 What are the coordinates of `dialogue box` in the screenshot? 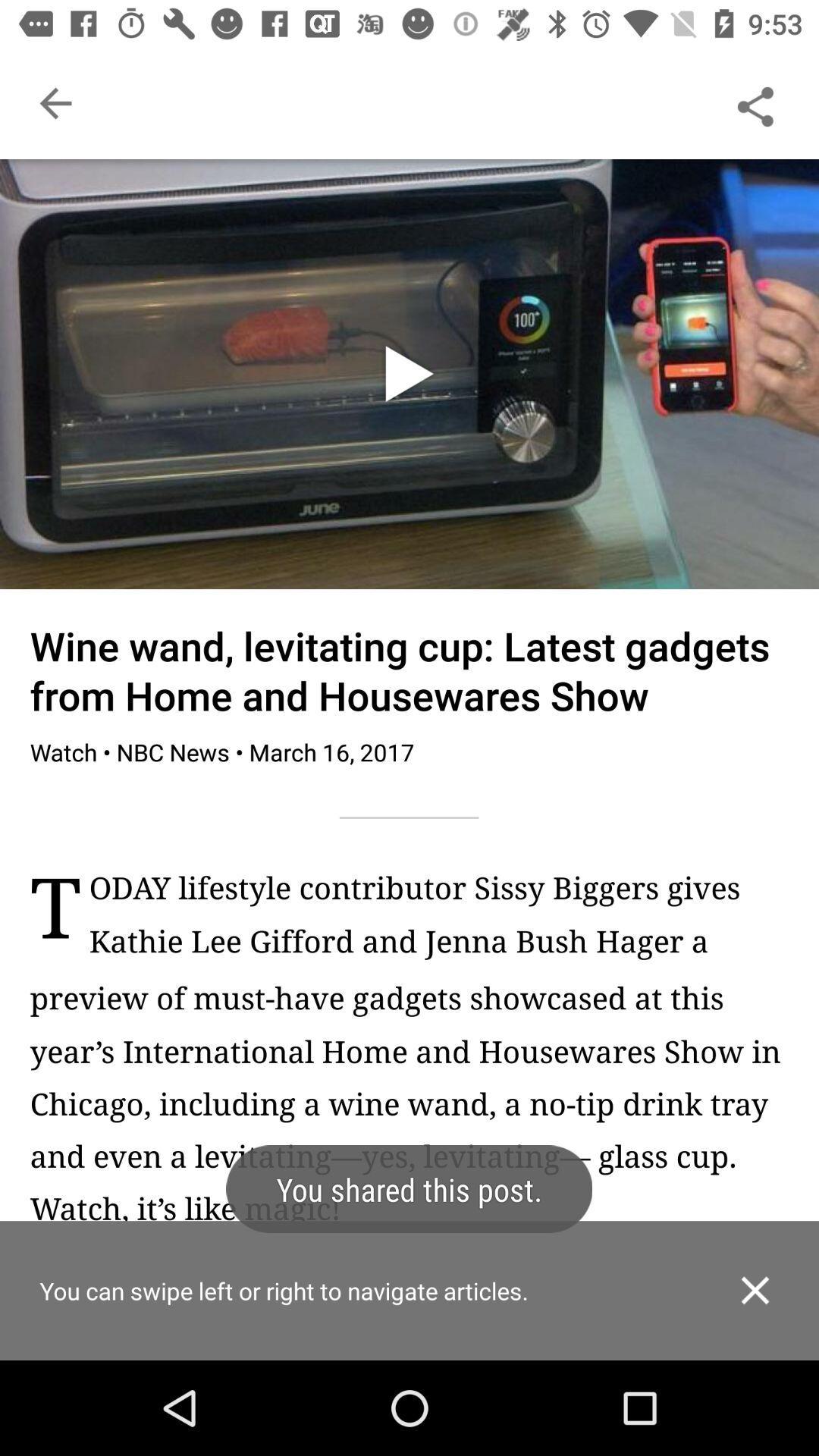 It's located at (755, 1289).